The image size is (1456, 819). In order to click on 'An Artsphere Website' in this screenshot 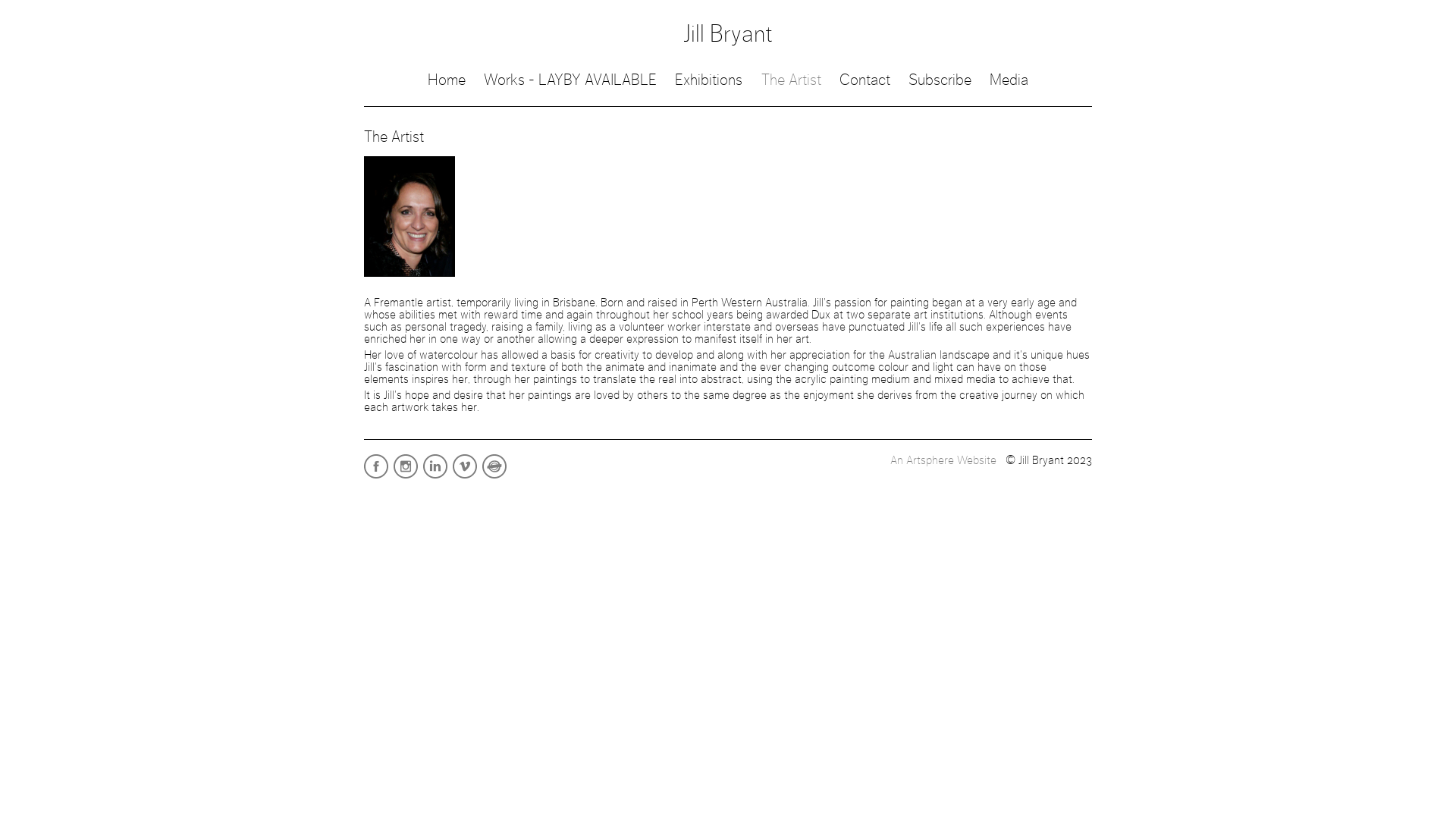, I will do `click(942, 459)`.